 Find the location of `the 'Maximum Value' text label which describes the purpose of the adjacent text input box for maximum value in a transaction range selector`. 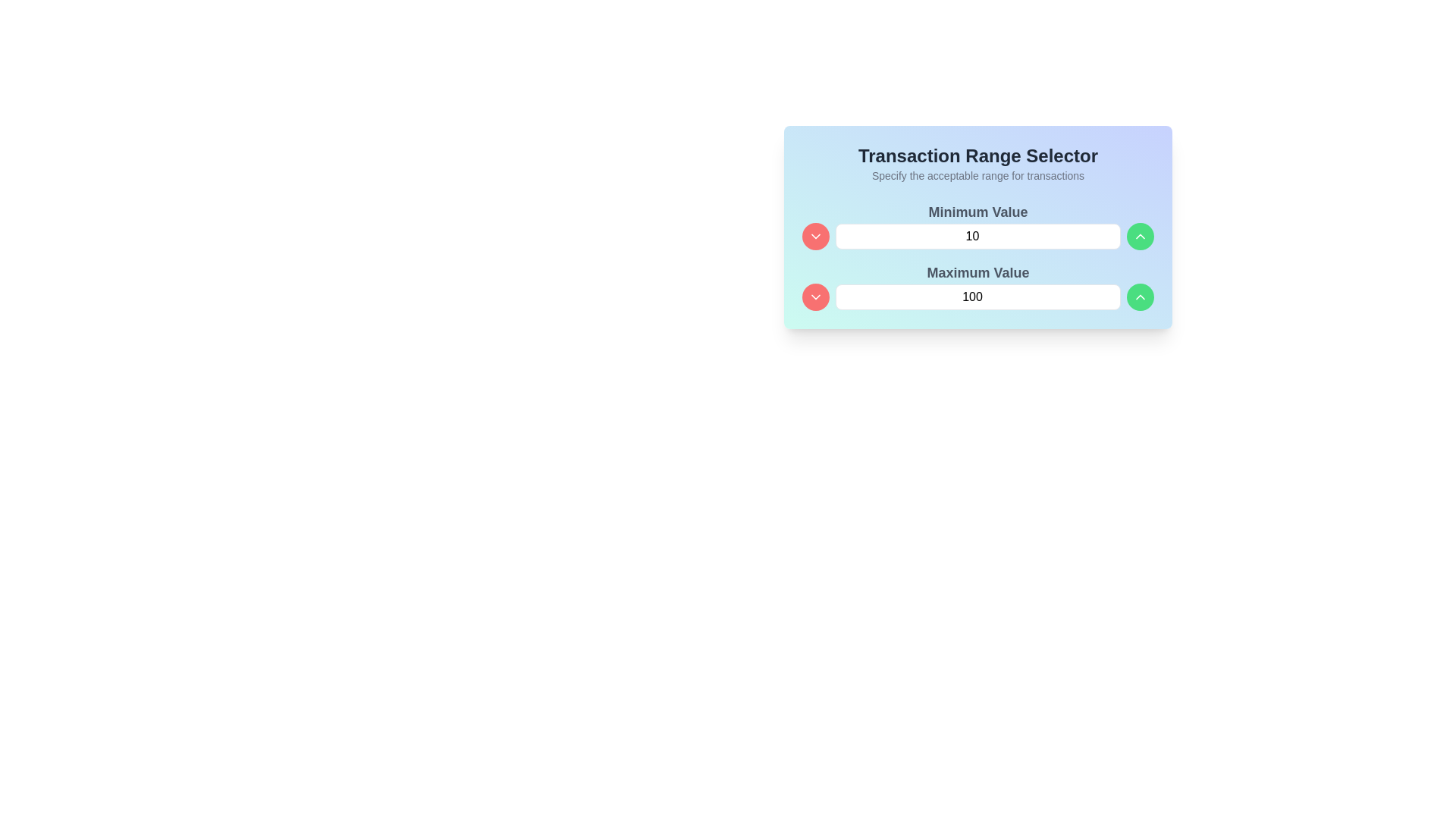

the 'Maximum Value' text label which describes the purpose of the adjacent text input box for maximum value in a transaction range selector is located at coordinates (978, 271).